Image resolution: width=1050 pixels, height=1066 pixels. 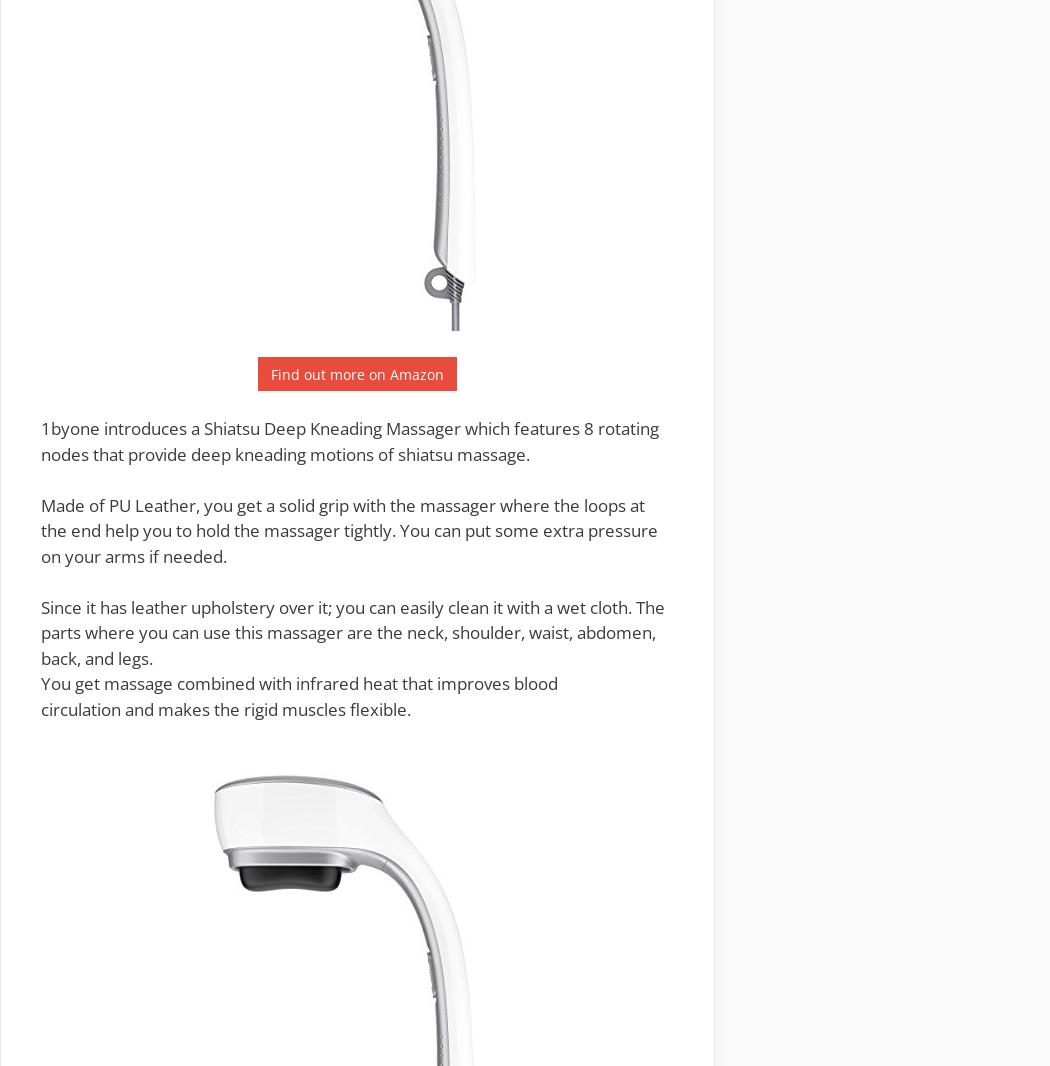 I want to click on 'Since it has leather upholstery over it; you can easily clean it with a wet cloth. The parts where you can use this massager are the neck, shoulder, waist, abdomen, back, and legs.', so click(x=352, y=631).